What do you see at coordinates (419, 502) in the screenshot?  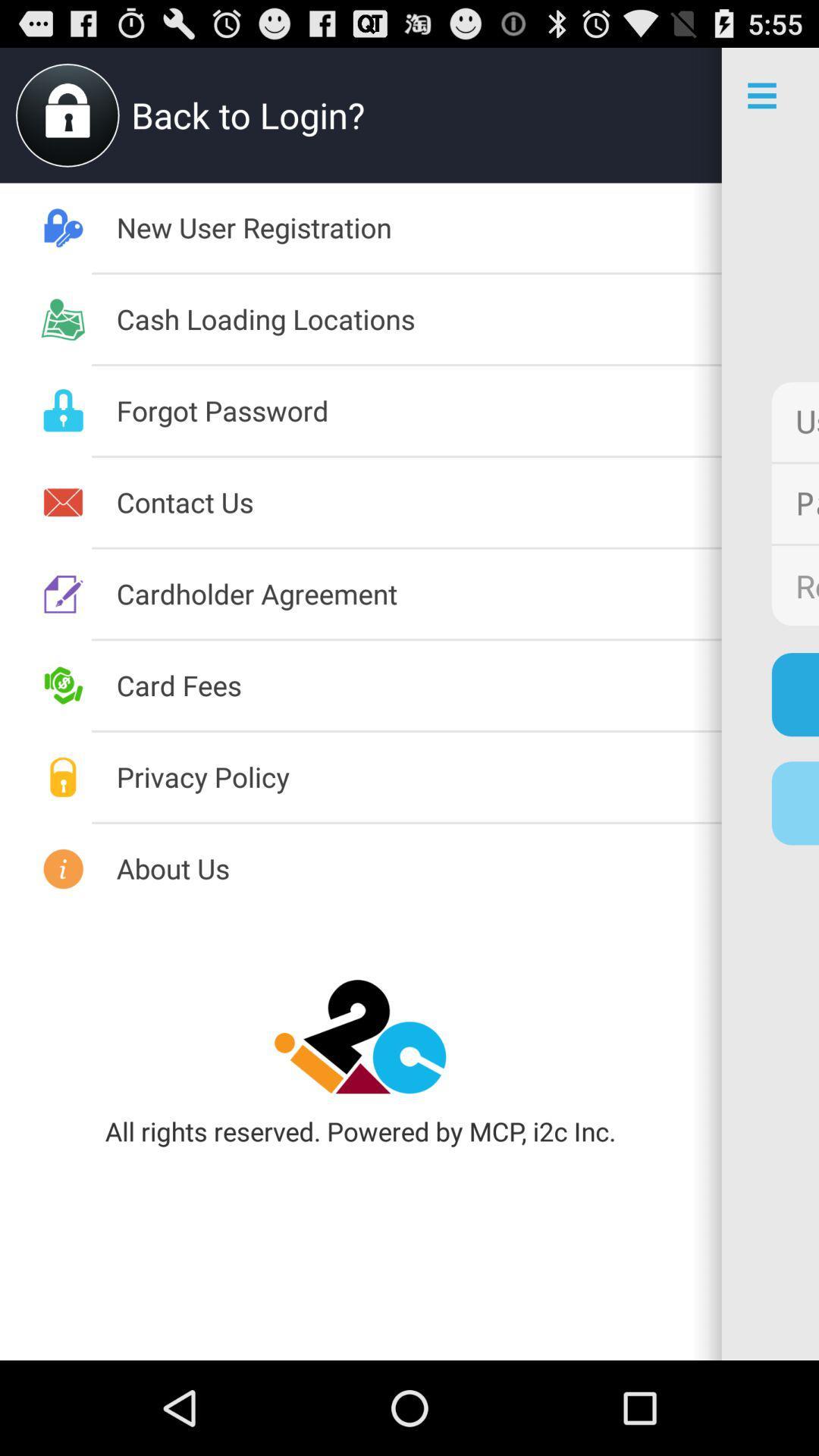 I see `the contact us icon` at bounding box center [419, 502].